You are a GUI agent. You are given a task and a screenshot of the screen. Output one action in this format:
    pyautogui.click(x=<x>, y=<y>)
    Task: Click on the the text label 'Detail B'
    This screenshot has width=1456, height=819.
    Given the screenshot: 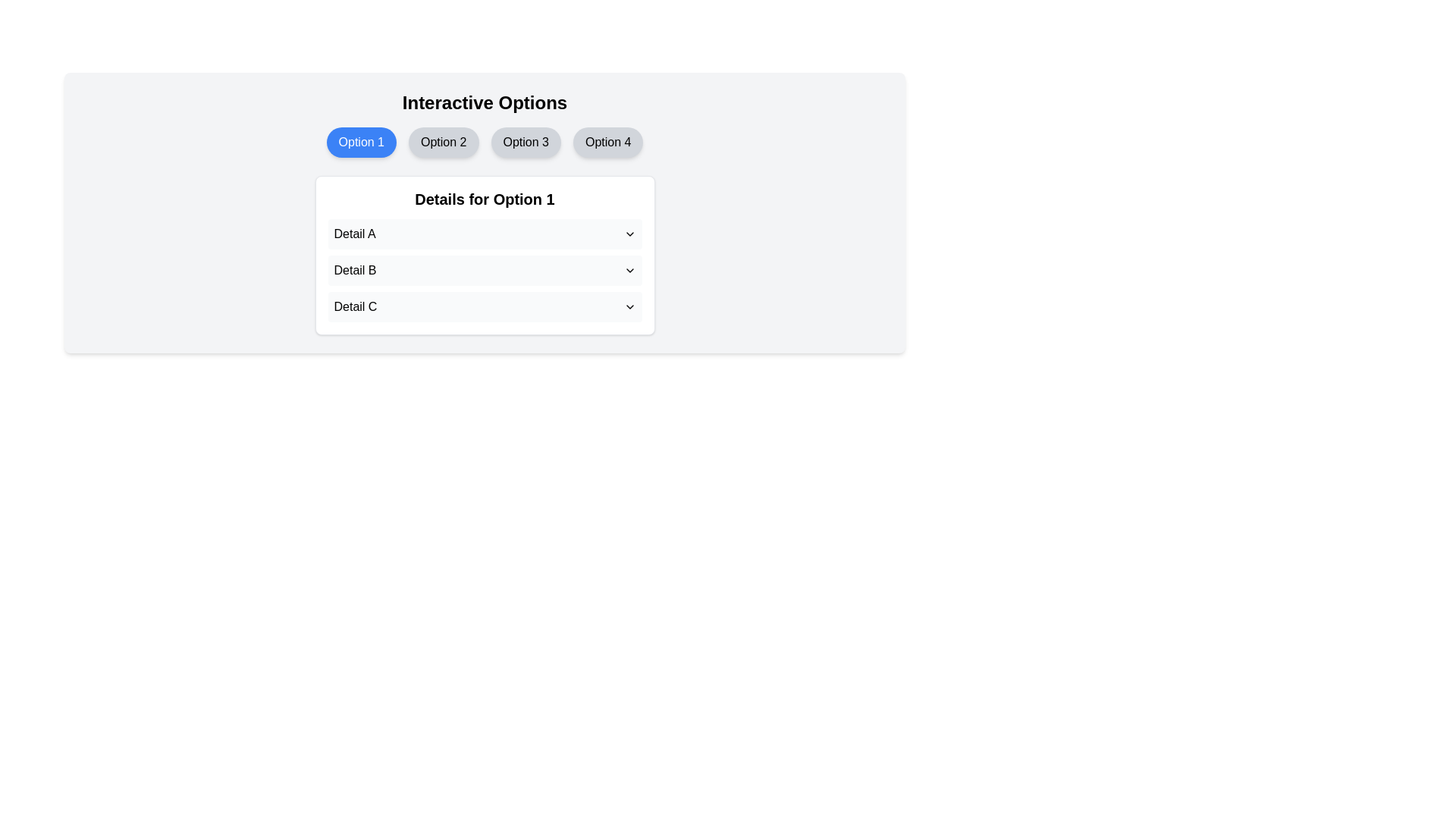 What is the action you would take?
    pyautogui.click(x=354, y=270)
    